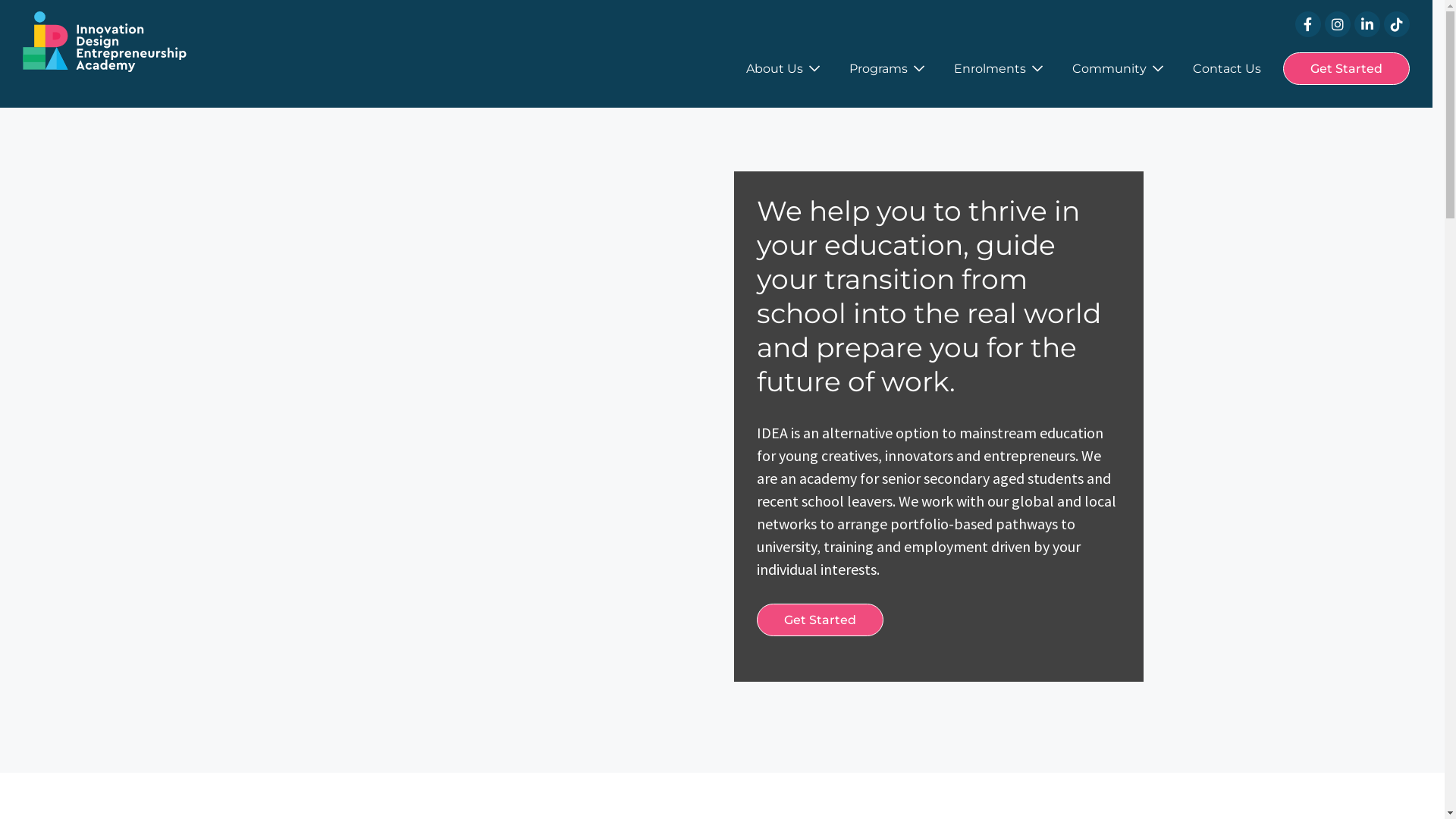 Image resolution: width=1456 pixels, height=819 pixels. I want to click on 'Get Started', so click(819, 620).